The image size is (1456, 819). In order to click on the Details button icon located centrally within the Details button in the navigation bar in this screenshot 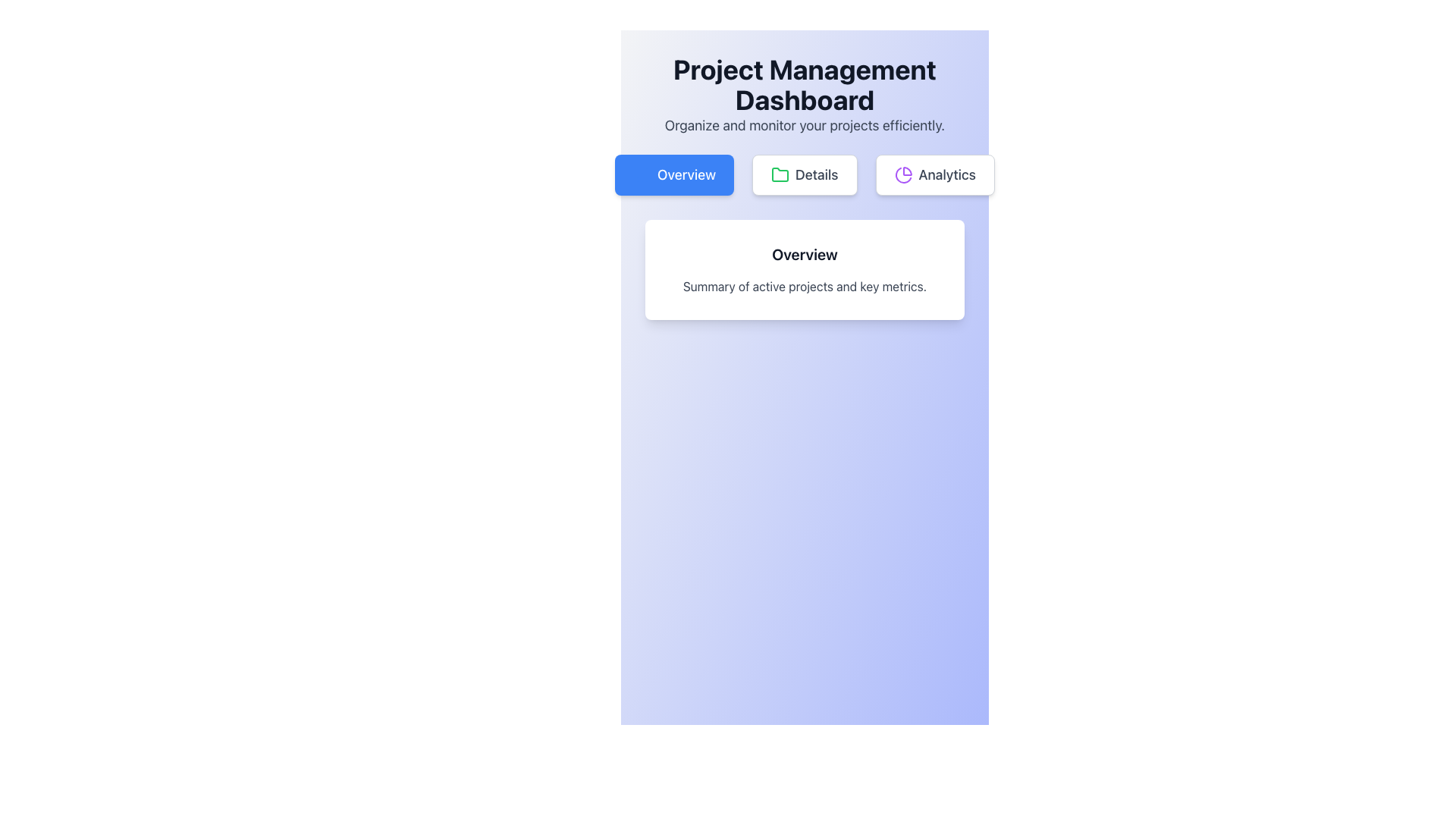, I will do `click(780, 174)`.